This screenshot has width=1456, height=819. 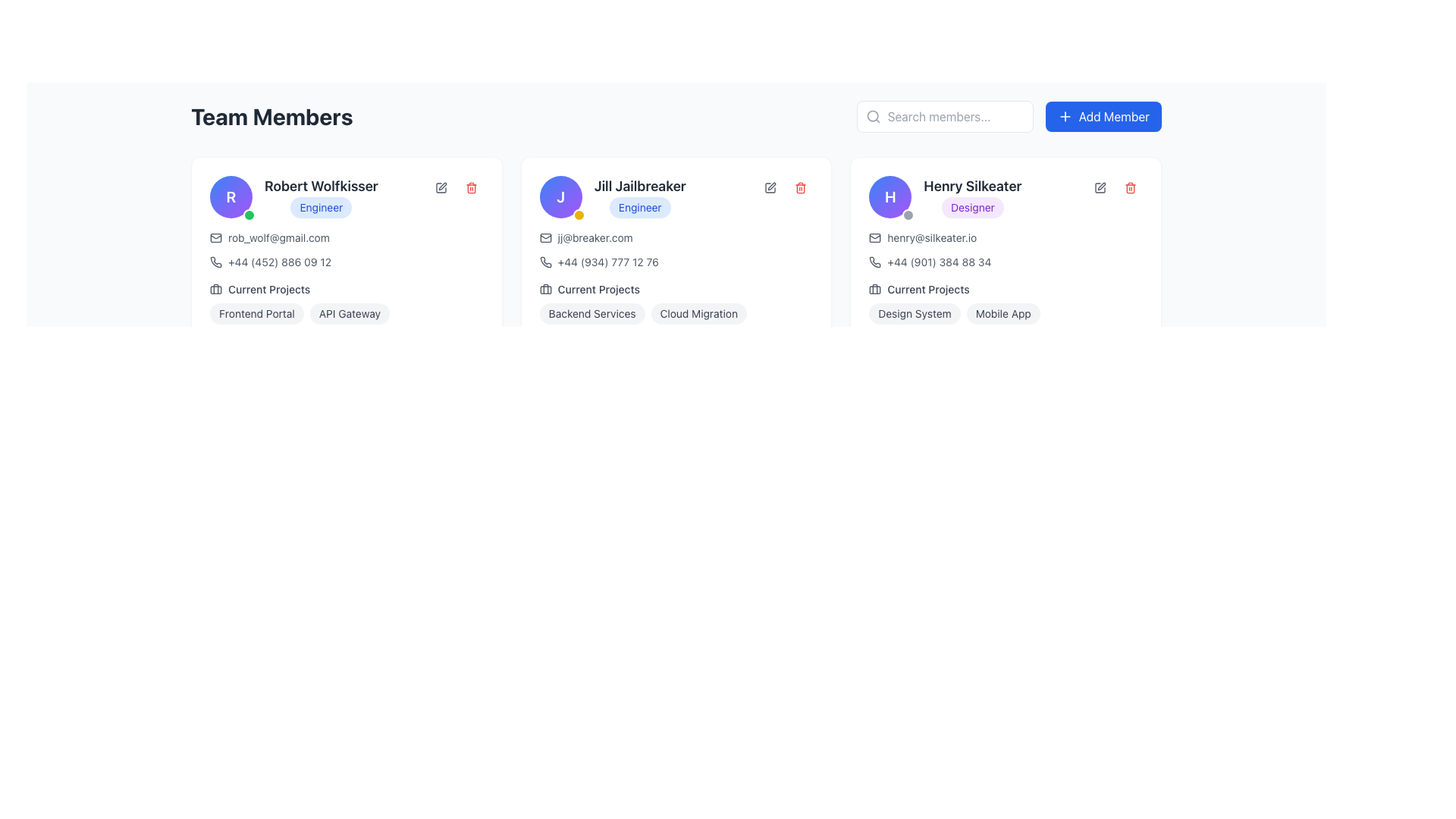 What do you see at coordinates (613, 196) in the screenshot?
I see `the role/title label associated with the user 'Jill Jailbreaker' in the user card layout` at bounding box center [613, 196].